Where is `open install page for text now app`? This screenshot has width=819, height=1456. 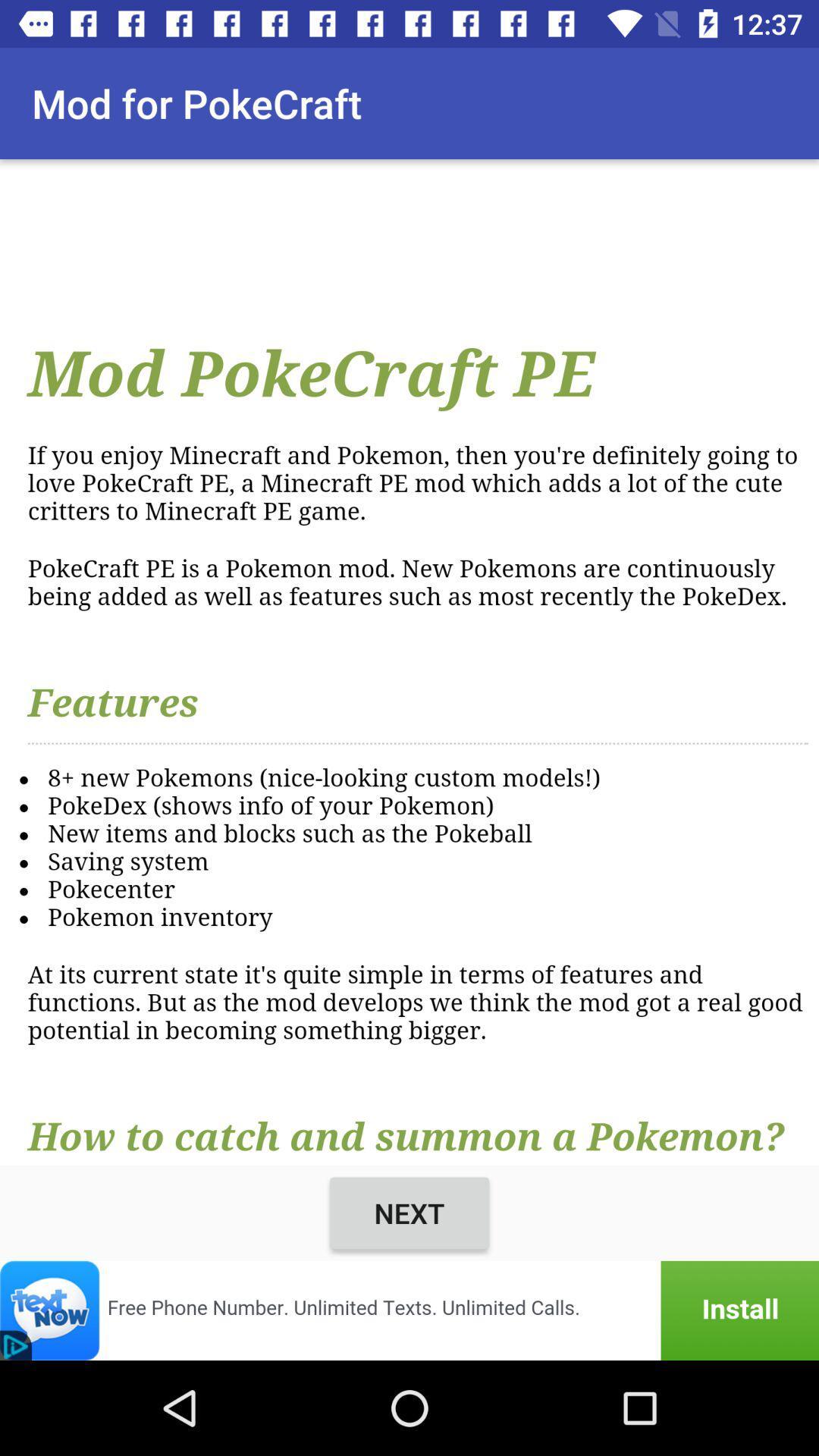
open install page for text now app is located at coordinates (409, 1310).